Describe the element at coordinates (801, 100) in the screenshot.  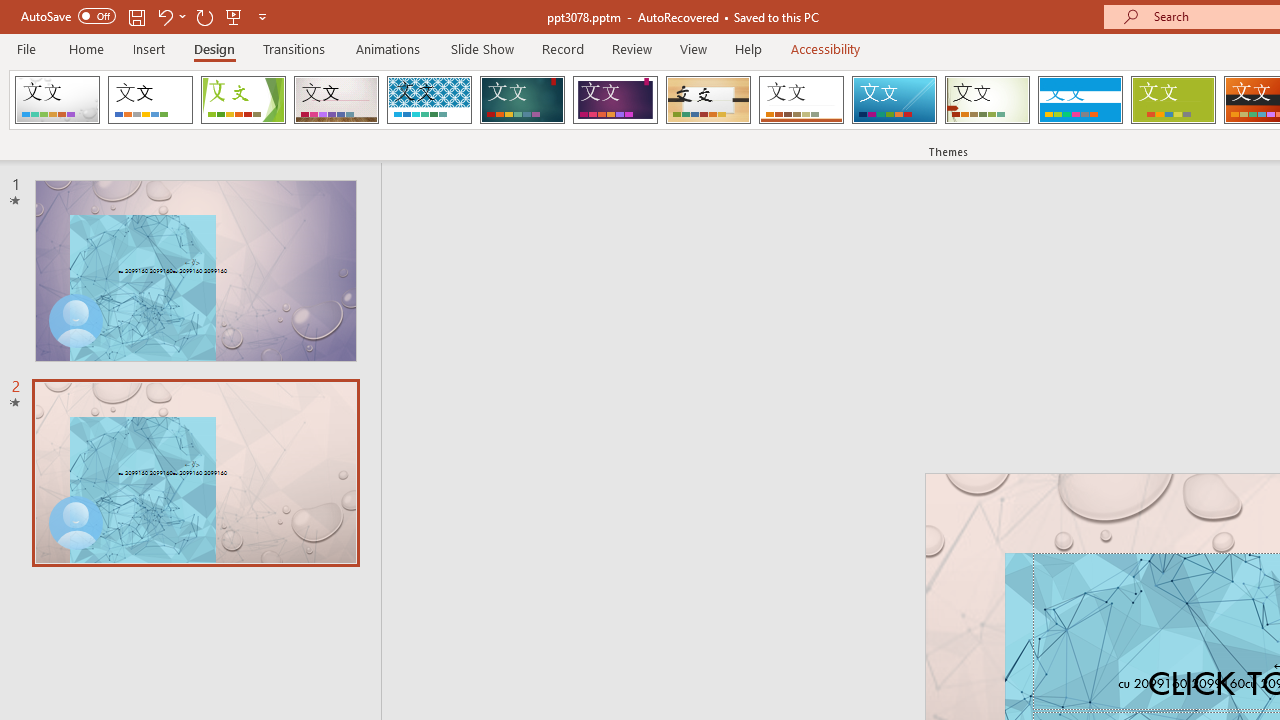
I see `'Retrospect'` at that location.